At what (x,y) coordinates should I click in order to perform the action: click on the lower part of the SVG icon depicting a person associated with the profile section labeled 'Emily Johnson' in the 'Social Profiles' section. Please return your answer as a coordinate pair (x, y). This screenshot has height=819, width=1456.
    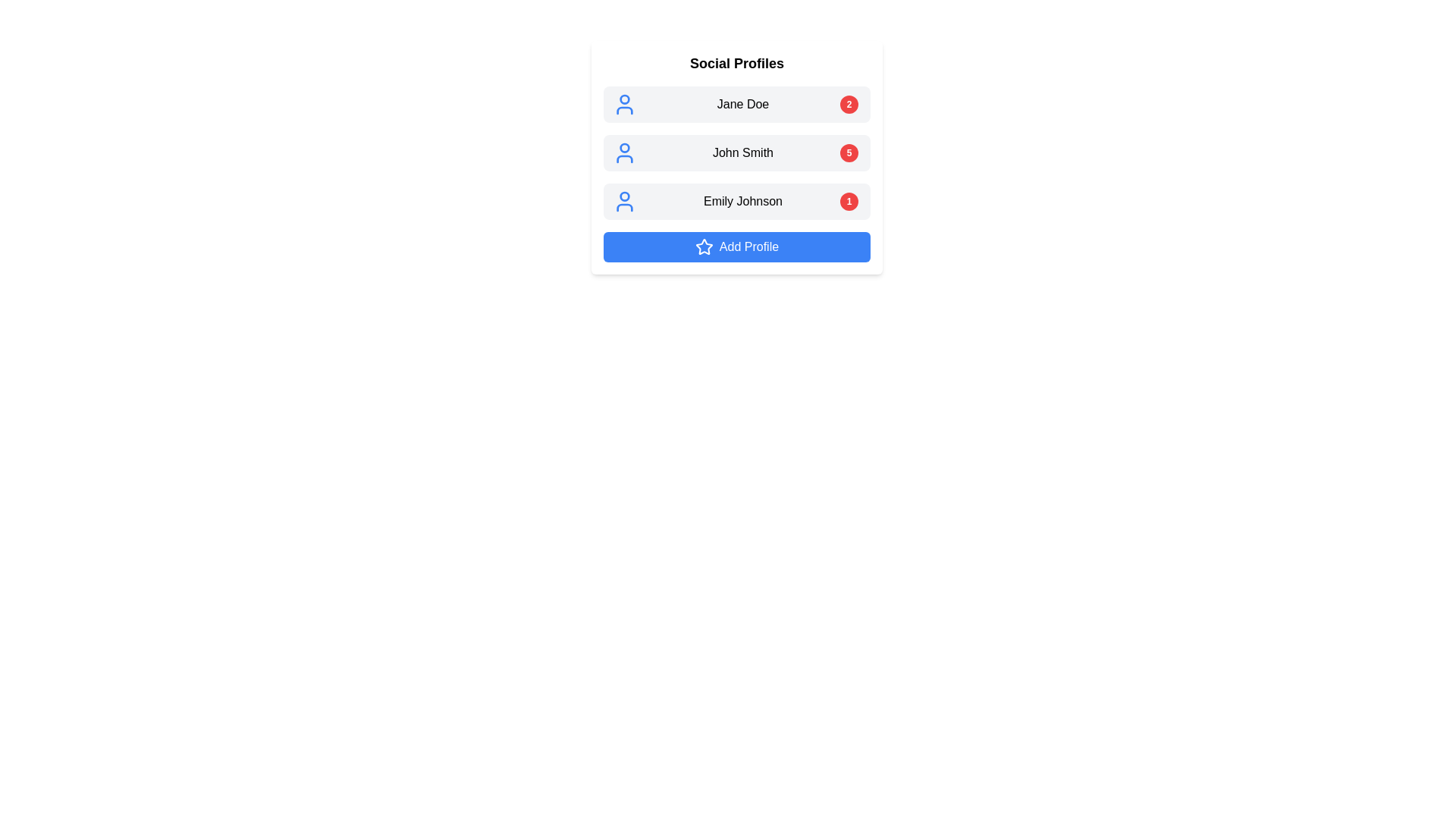
    Looking at the image, I should click on (625, 207).